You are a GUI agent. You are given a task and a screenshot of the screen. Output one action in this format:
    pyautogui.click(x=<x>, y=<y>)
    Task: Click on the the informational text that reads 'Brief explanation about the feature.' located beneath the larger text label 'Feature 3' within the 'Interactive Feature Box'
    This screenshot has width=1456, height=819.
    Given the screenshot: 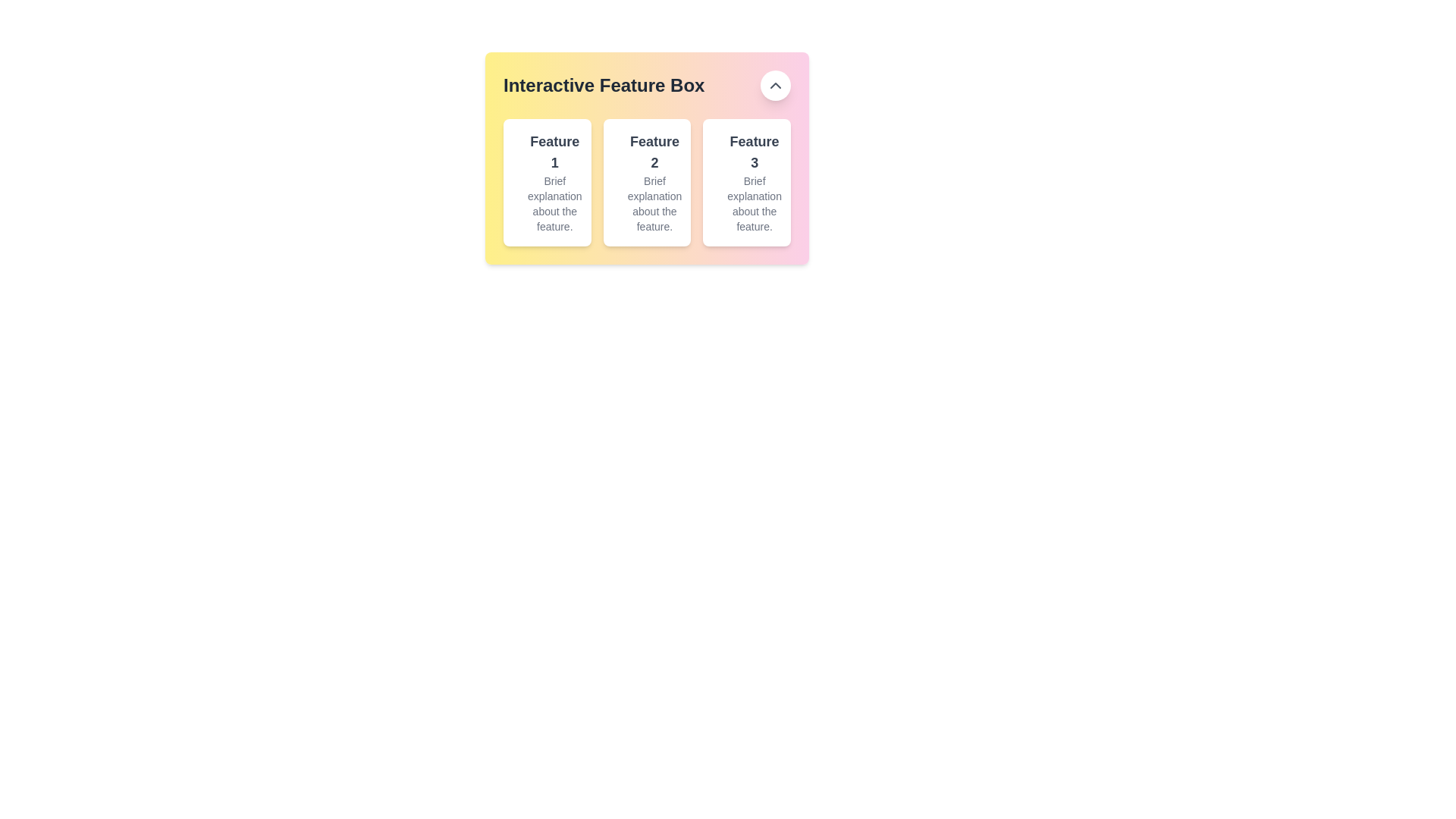 What is the action you would take?
    pyautogui.click(x=755, y=203)
    